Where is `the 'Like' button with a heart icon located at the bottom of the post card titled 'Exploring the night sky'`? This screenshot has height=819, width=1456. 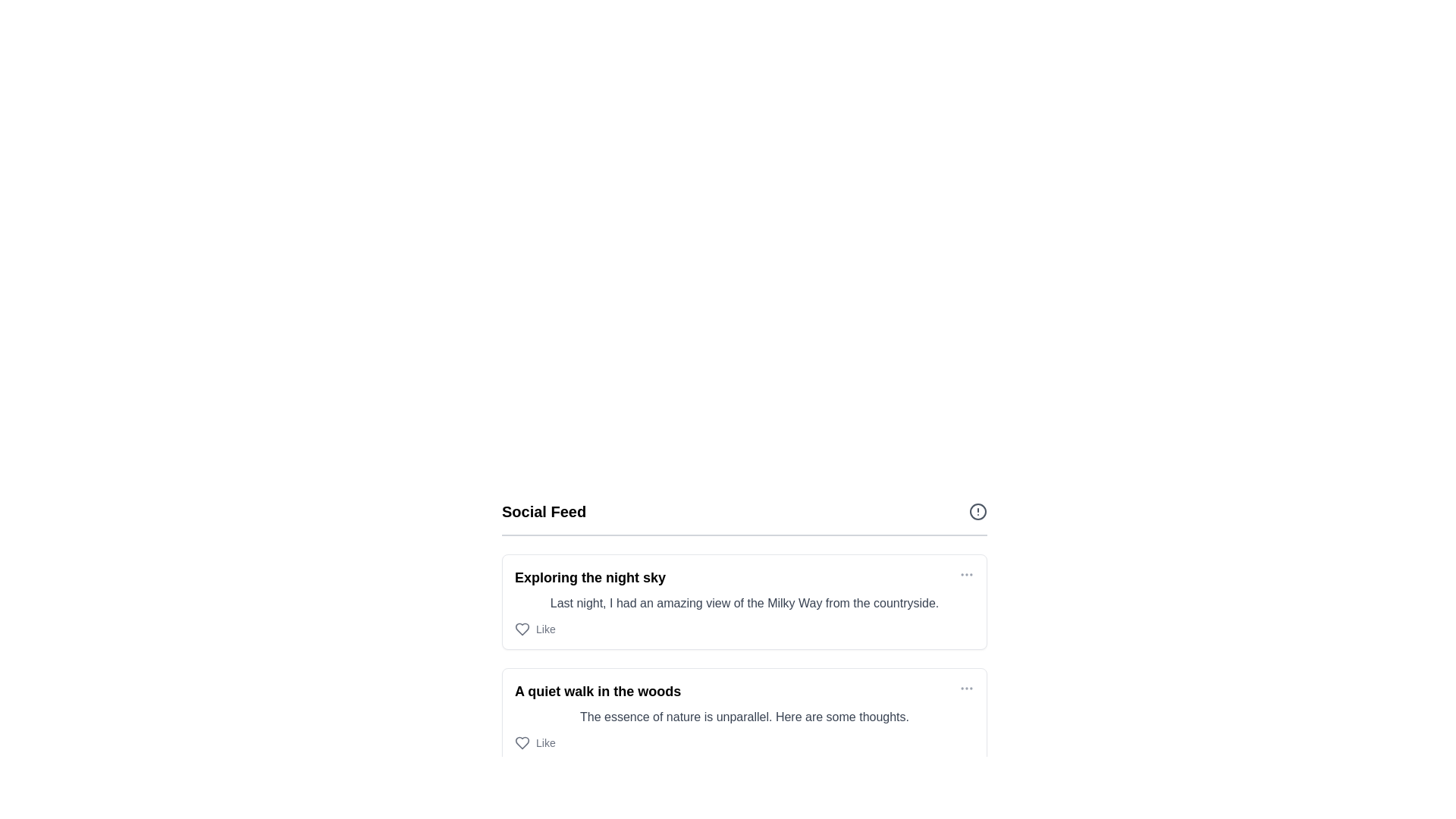 the 'Like' button with a heart icon located at the bottom of the post card titled 'Exploring the night sky' is located at coordinates (535, 629).